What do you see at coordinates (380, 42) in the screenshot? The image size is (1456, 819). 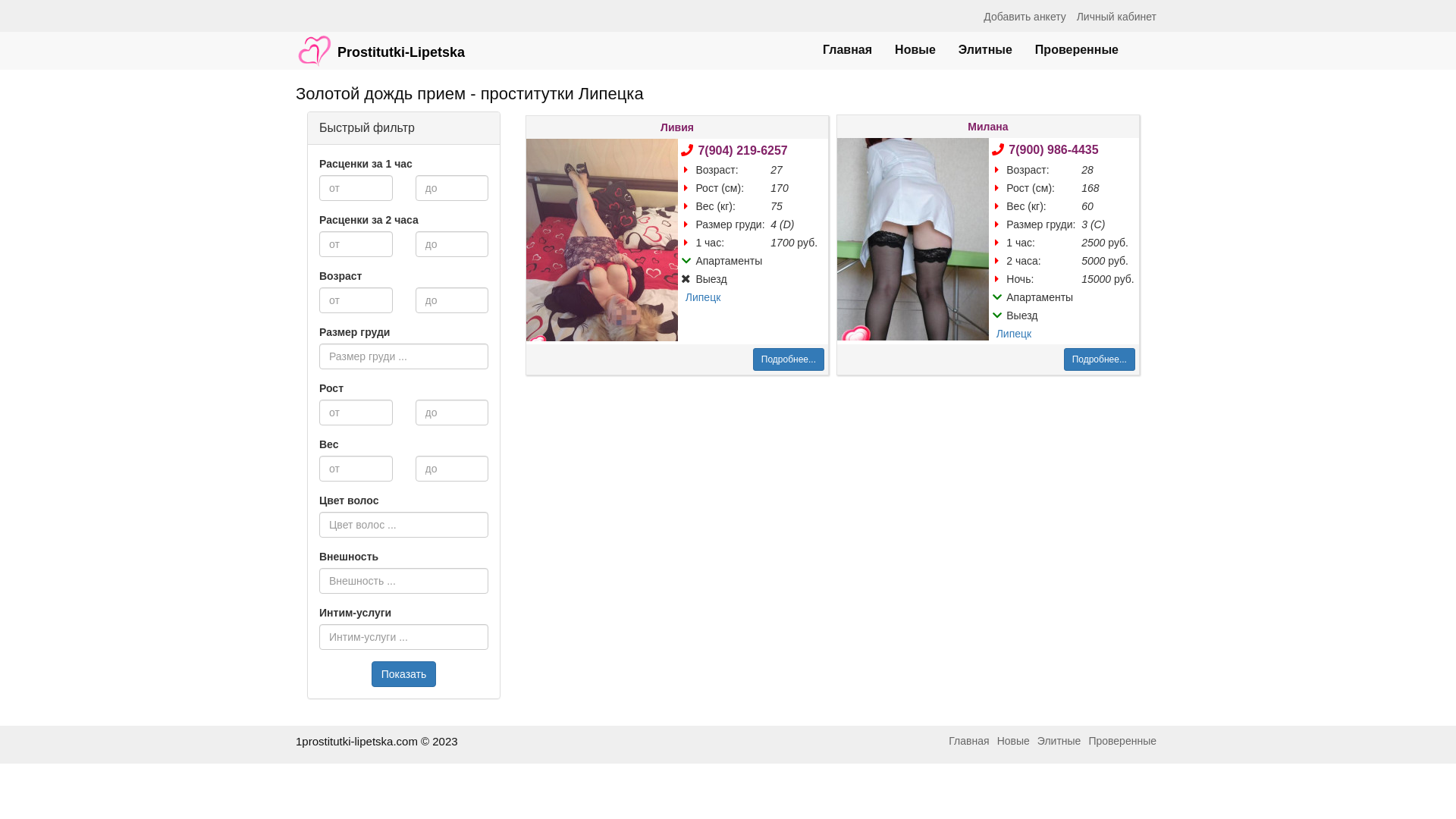 I see `'Prostitutki-Lipetska'` at bounding box center [380, 42].